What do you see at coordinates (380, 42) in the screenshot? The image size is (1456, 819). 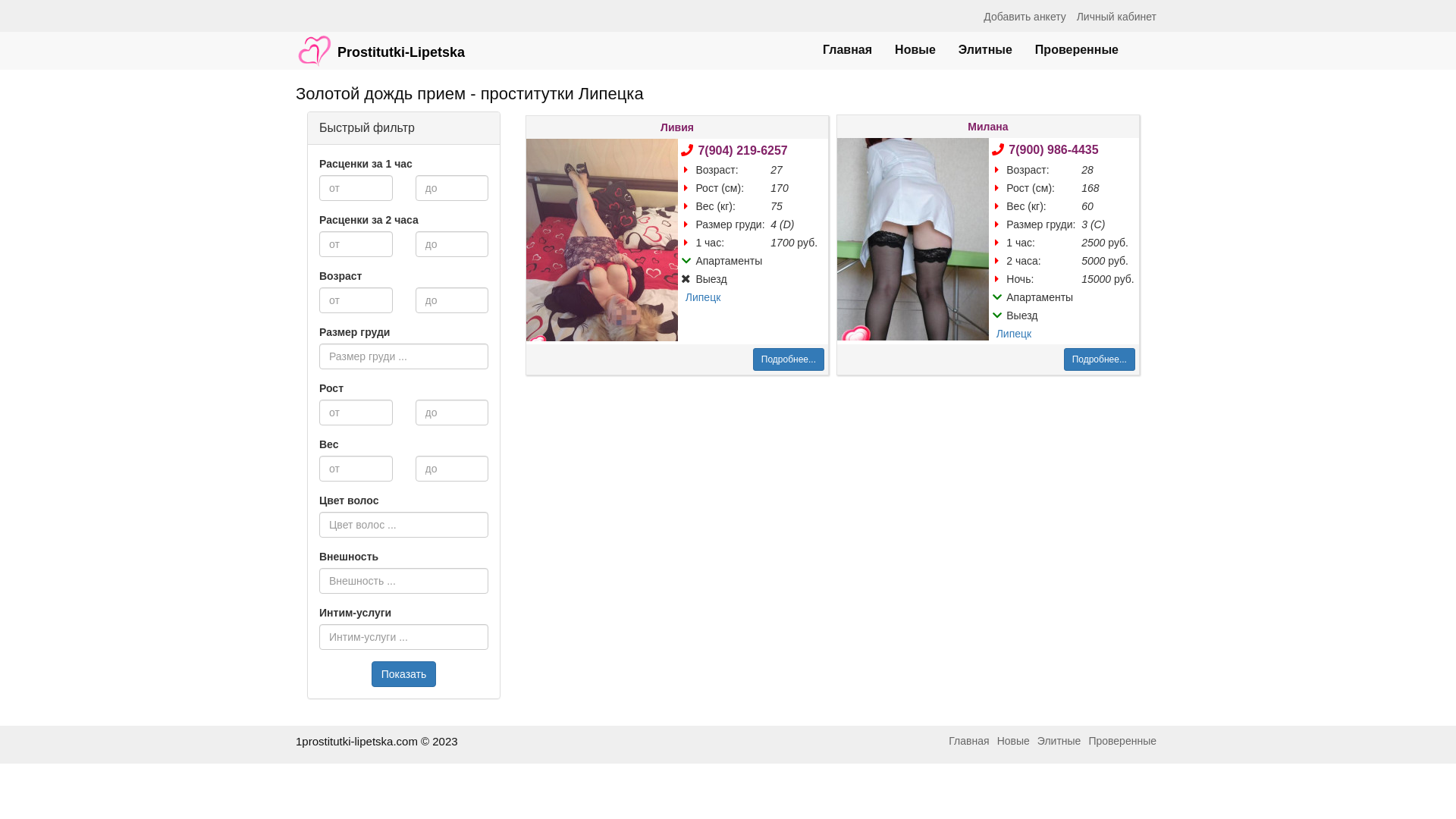 I see `'Prostitutki-Lipetska'` at bounding box center [380, 42].